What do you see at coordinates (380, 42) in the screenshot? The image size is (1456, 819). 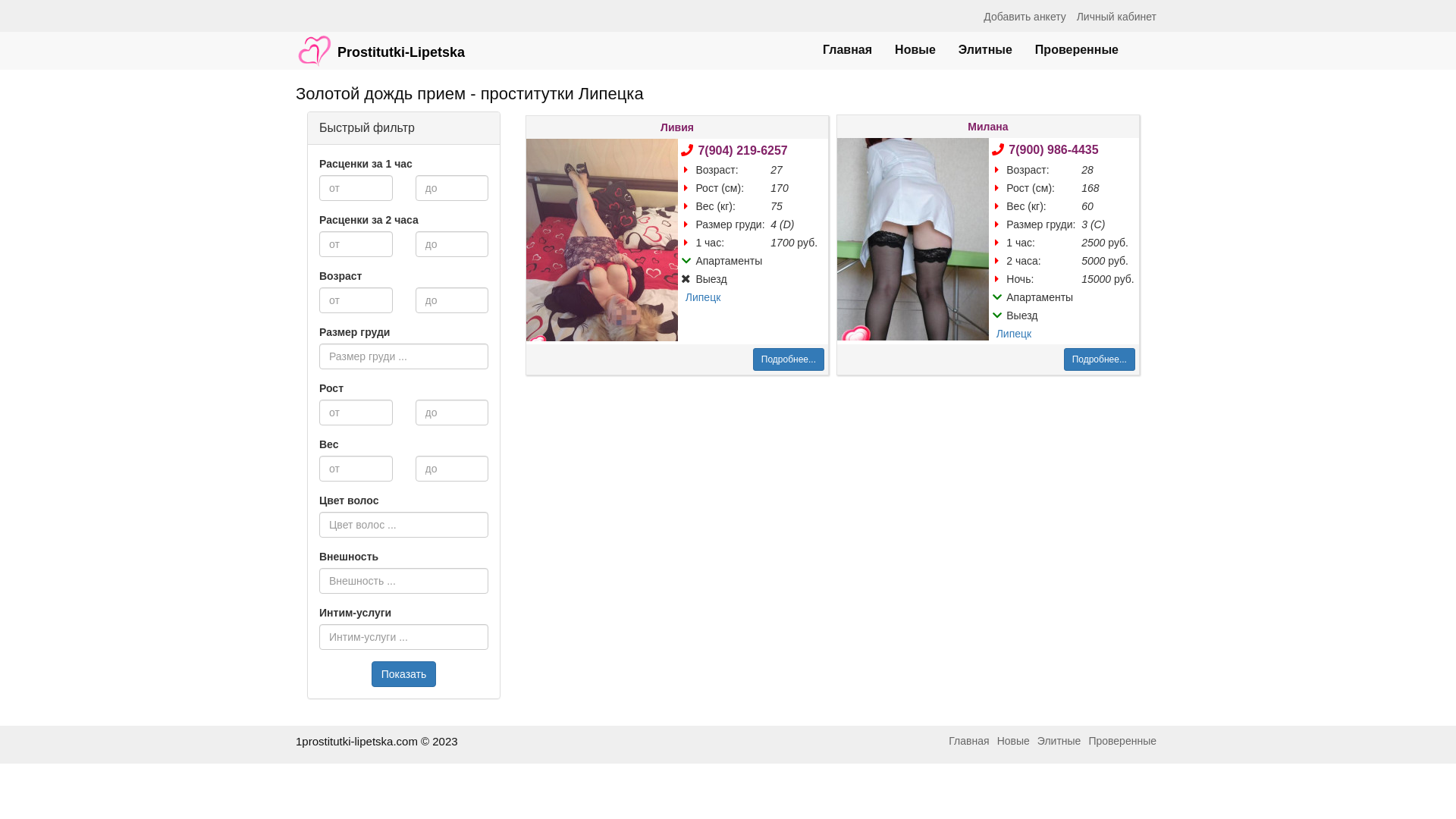 I see `'Prostitutki-Lipetska'` at bounding box center [380, 42].